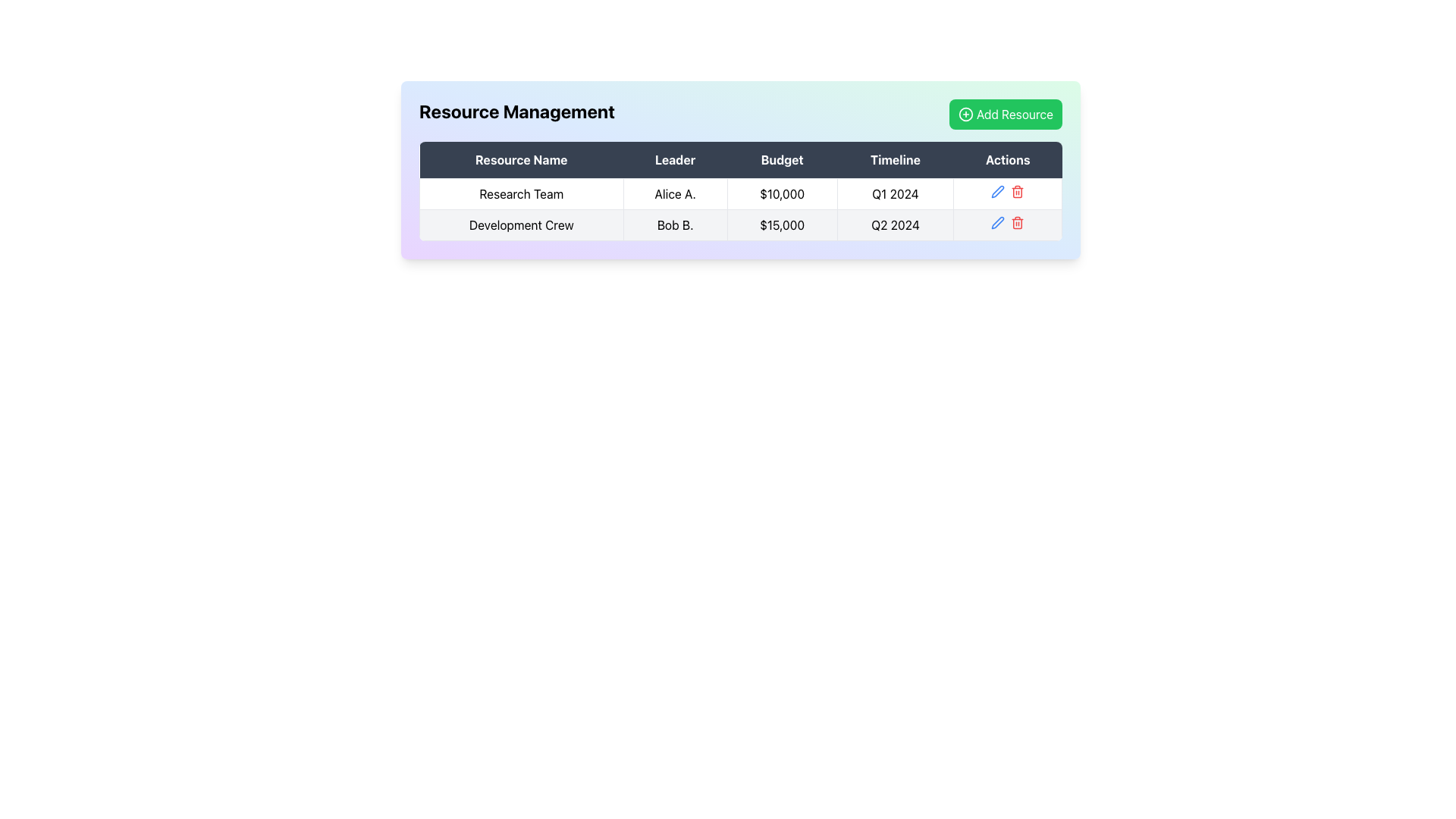  I want to click on the Text Display element that shows the timeline information for the 'Development Crew' project phase, specifically indicating 'Q2 2024', so click(895, 225).